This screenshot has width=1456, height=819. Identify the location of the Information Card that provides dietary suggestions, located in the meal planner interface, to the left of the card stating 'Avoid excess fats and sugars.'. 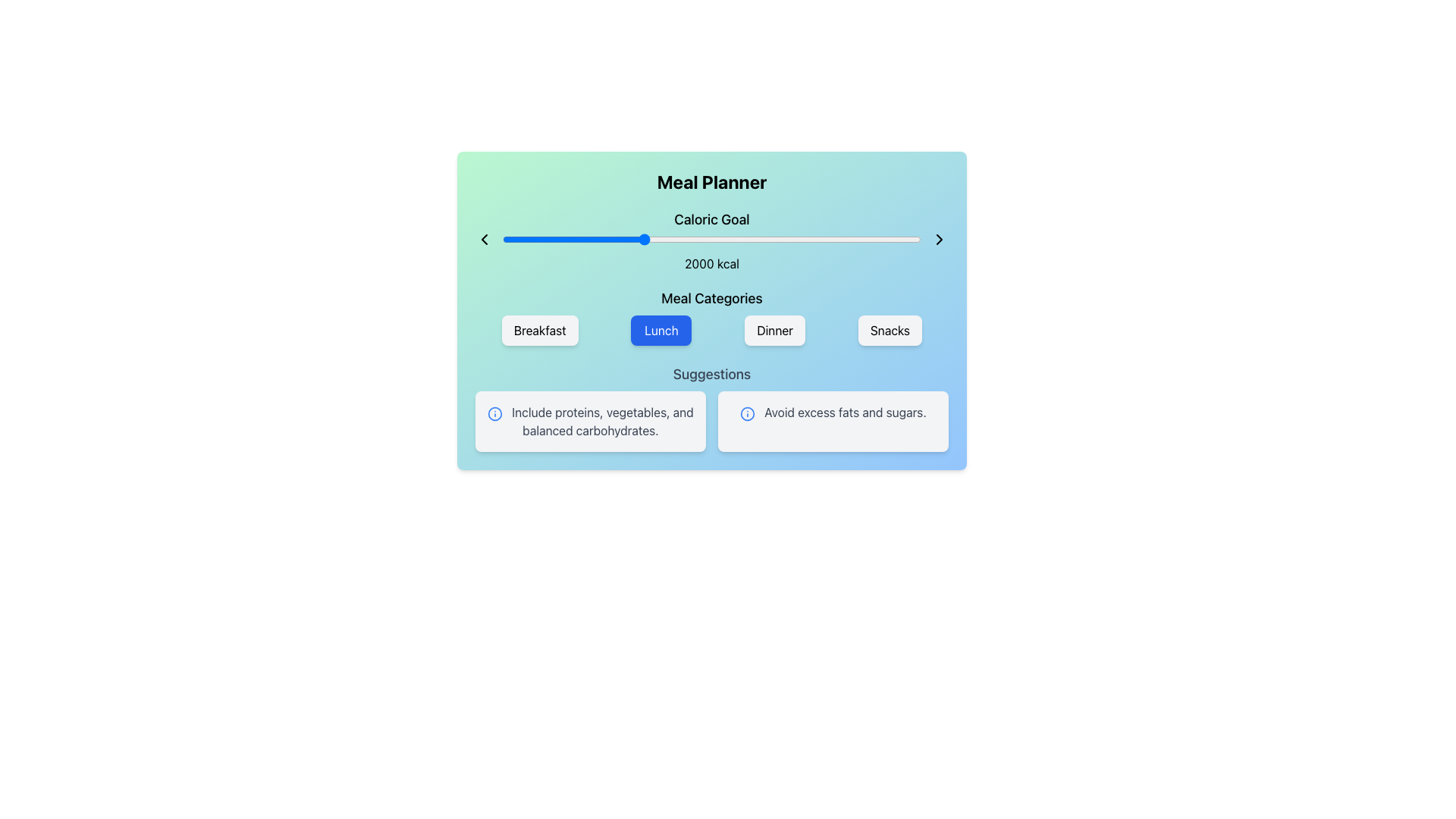
(589, 421).